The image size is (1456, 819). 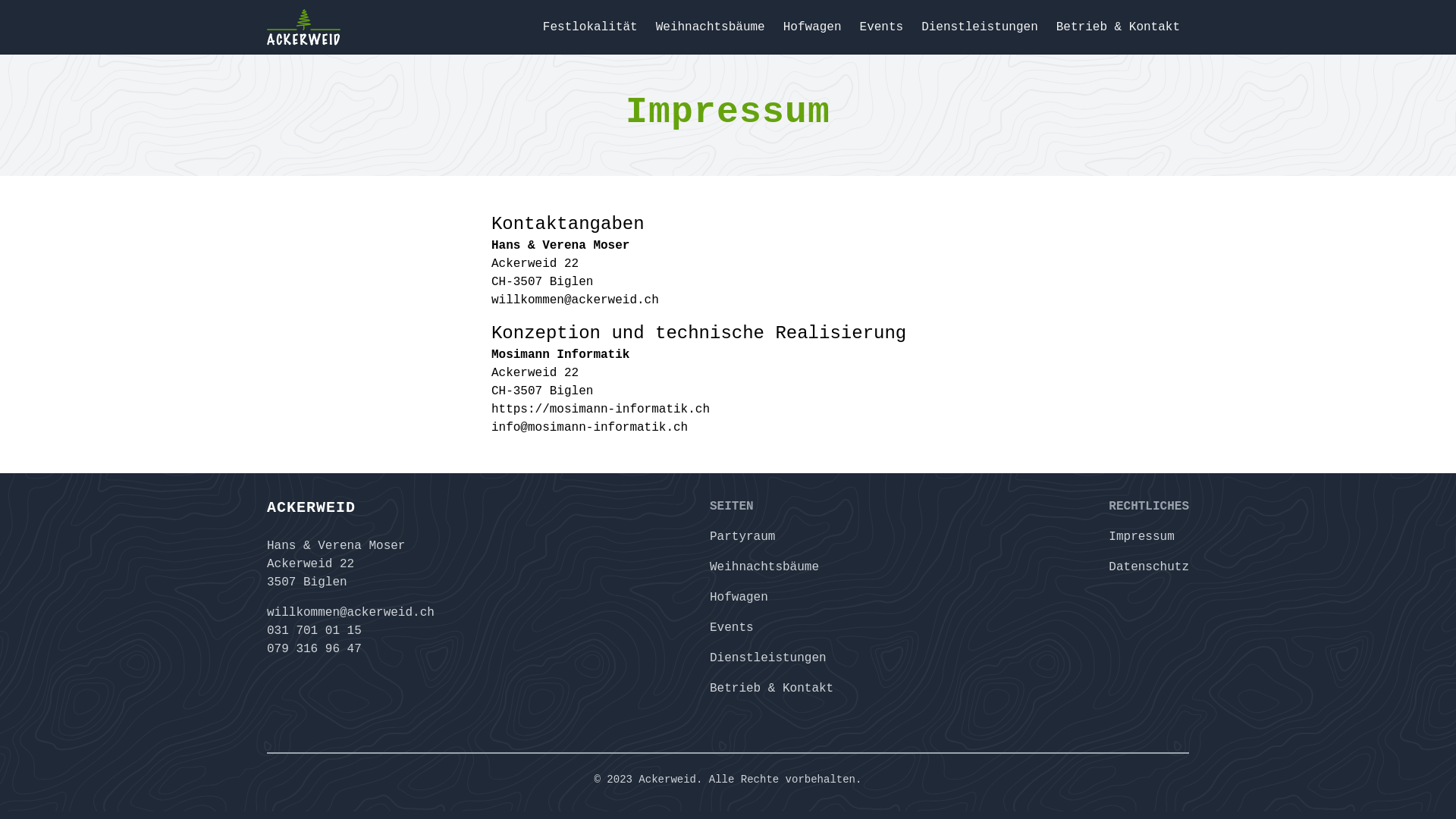 I want to click on 'Hofwagen', so click(x=739, y=596).